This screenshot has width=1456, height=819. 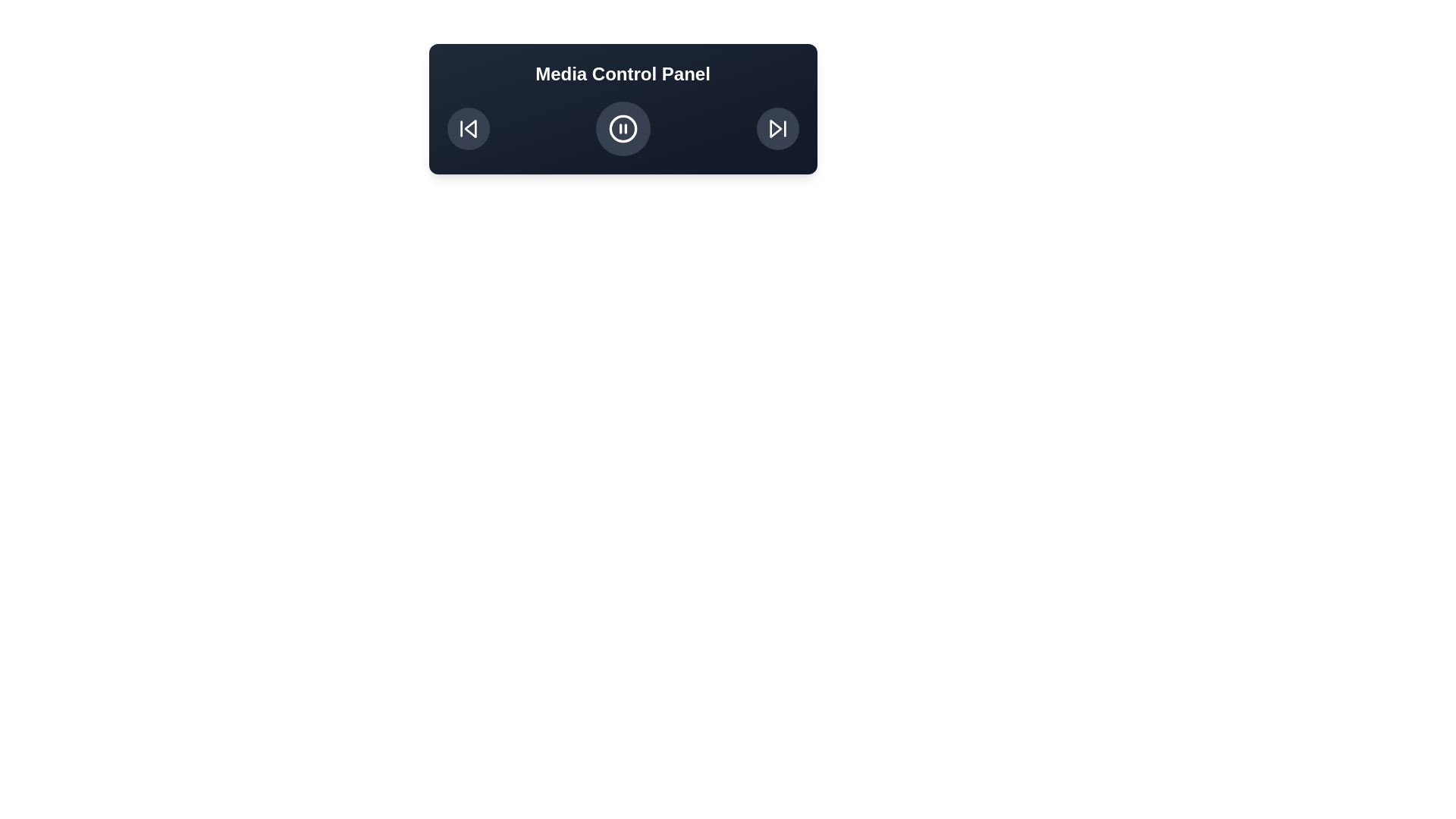 What do you see at coordinates (777, 127) in the screenshot?
I see `the 'Skip Forward' button, which is the third button in the media control panel` at bounding box center [777, 127].